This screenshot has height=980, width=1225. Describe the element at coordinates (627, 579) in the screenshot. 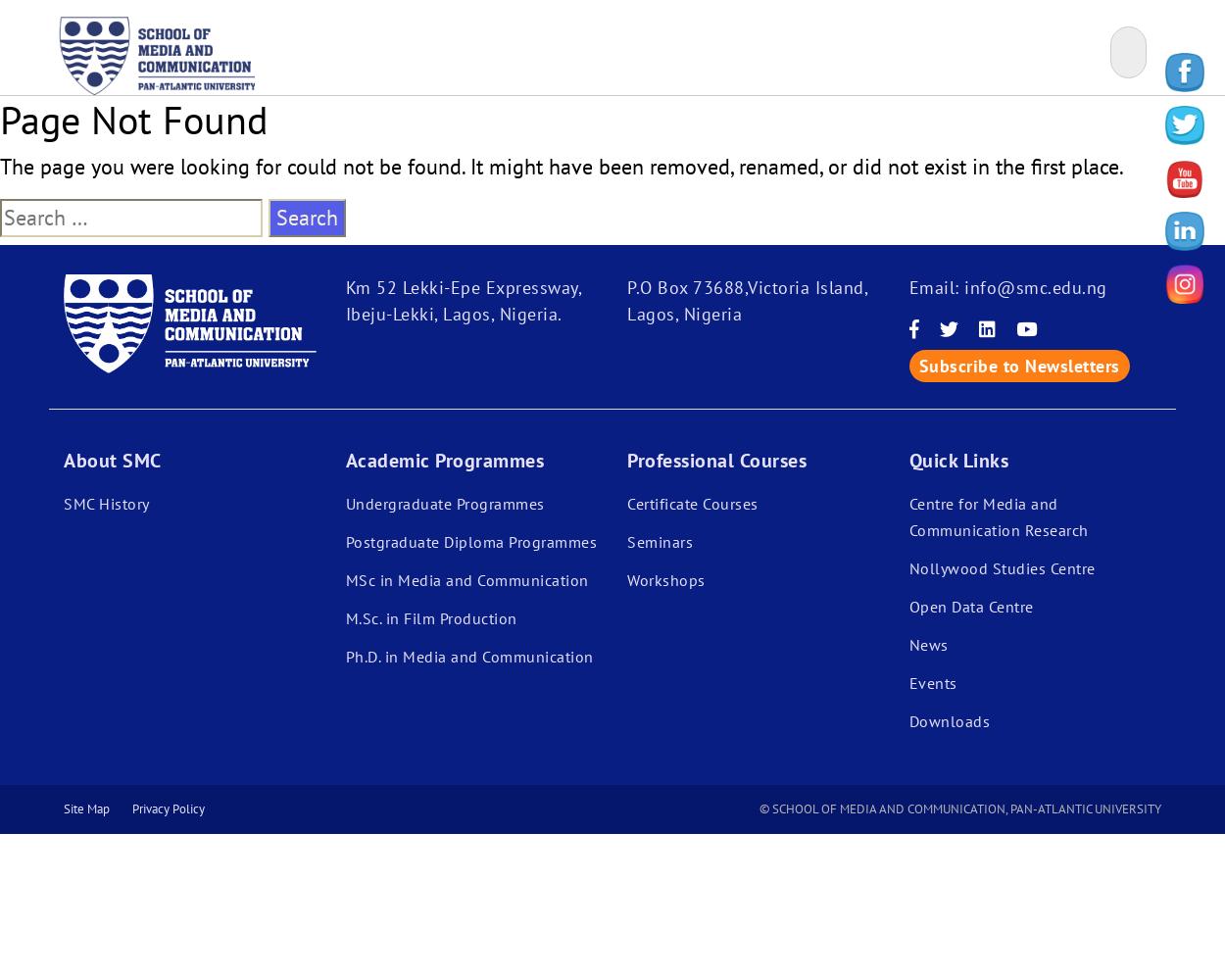

I see `'Workshops'` at that location.